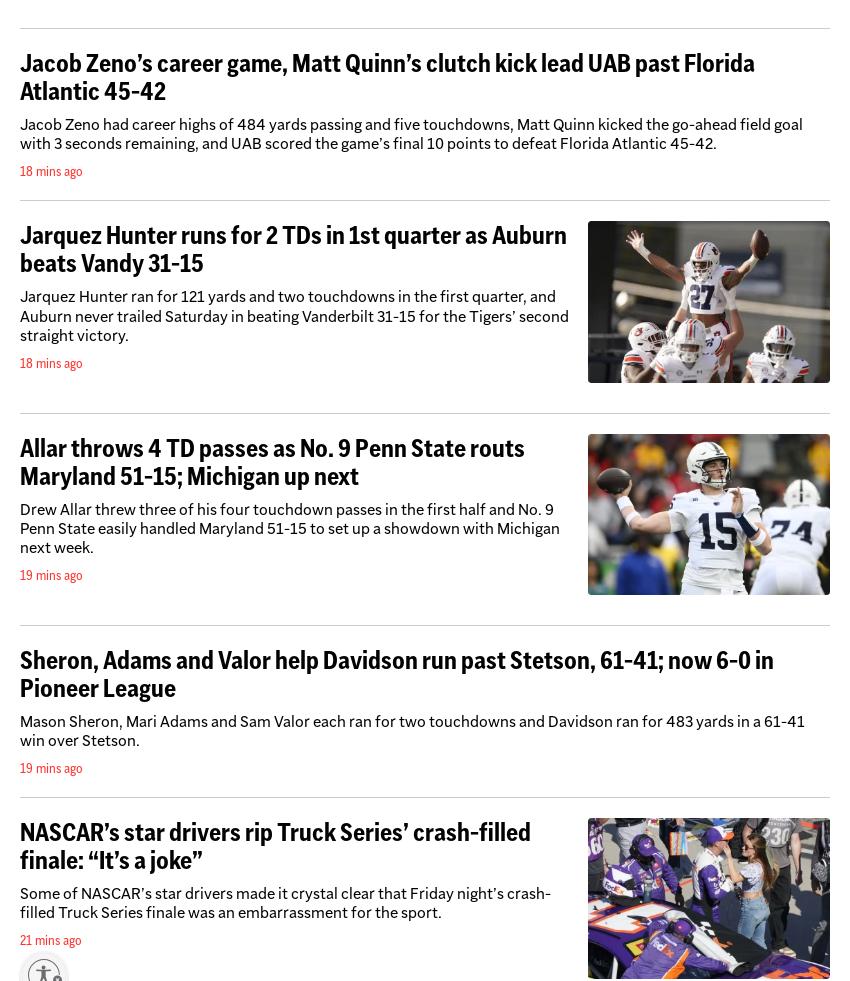 The width and height of the screenshot is (850, 981). What do you see at coordinates (18, 459) in the screenshot?
I see `'Allar throws 4 TD passes as No. 9 Penn State routs Maryland 51-15; Michigan up next'` at bounding box center [18, 459].